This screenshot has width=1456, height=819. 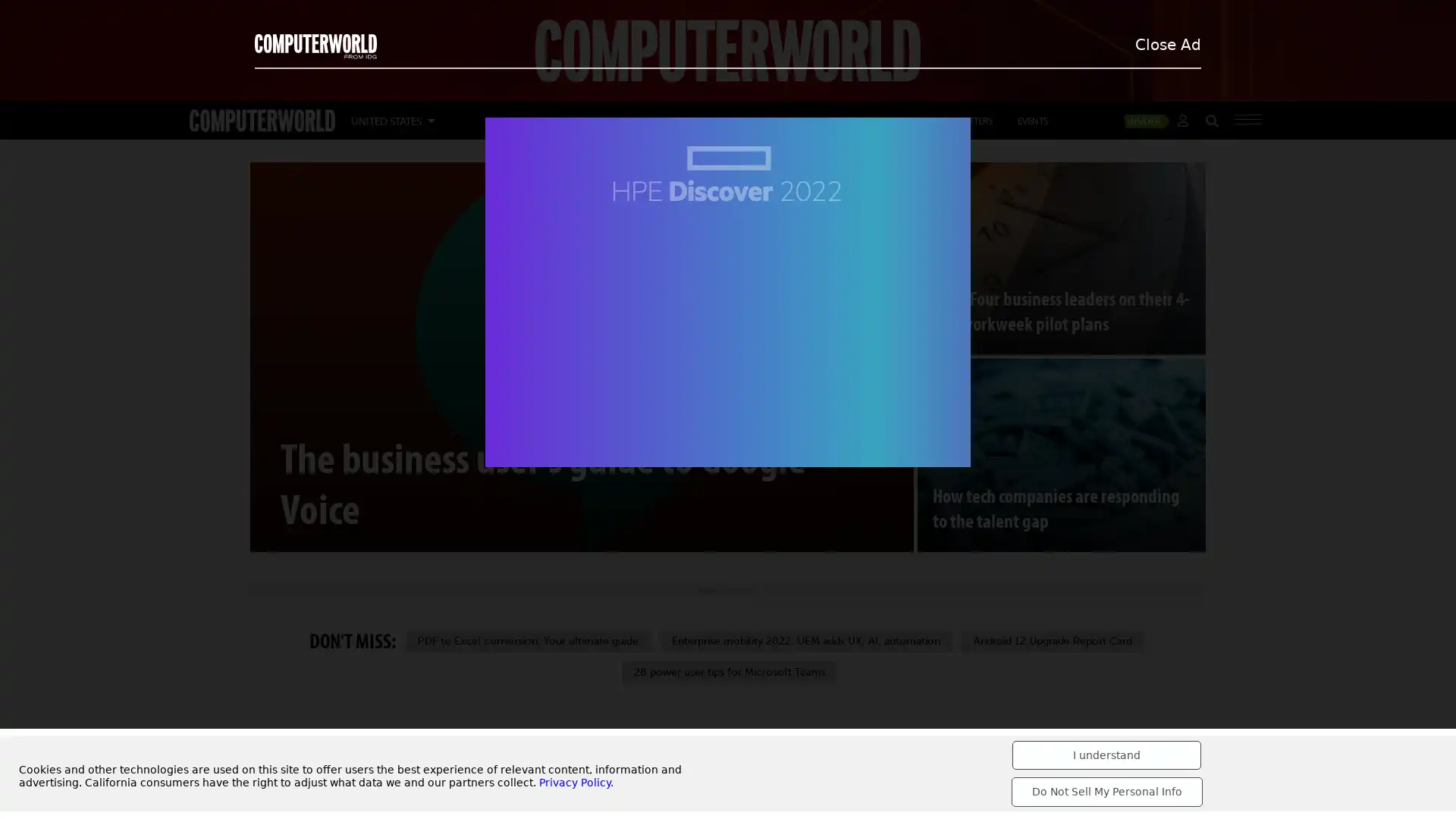 I want to click on Follow on Twitter, so click(x=392, y=730).